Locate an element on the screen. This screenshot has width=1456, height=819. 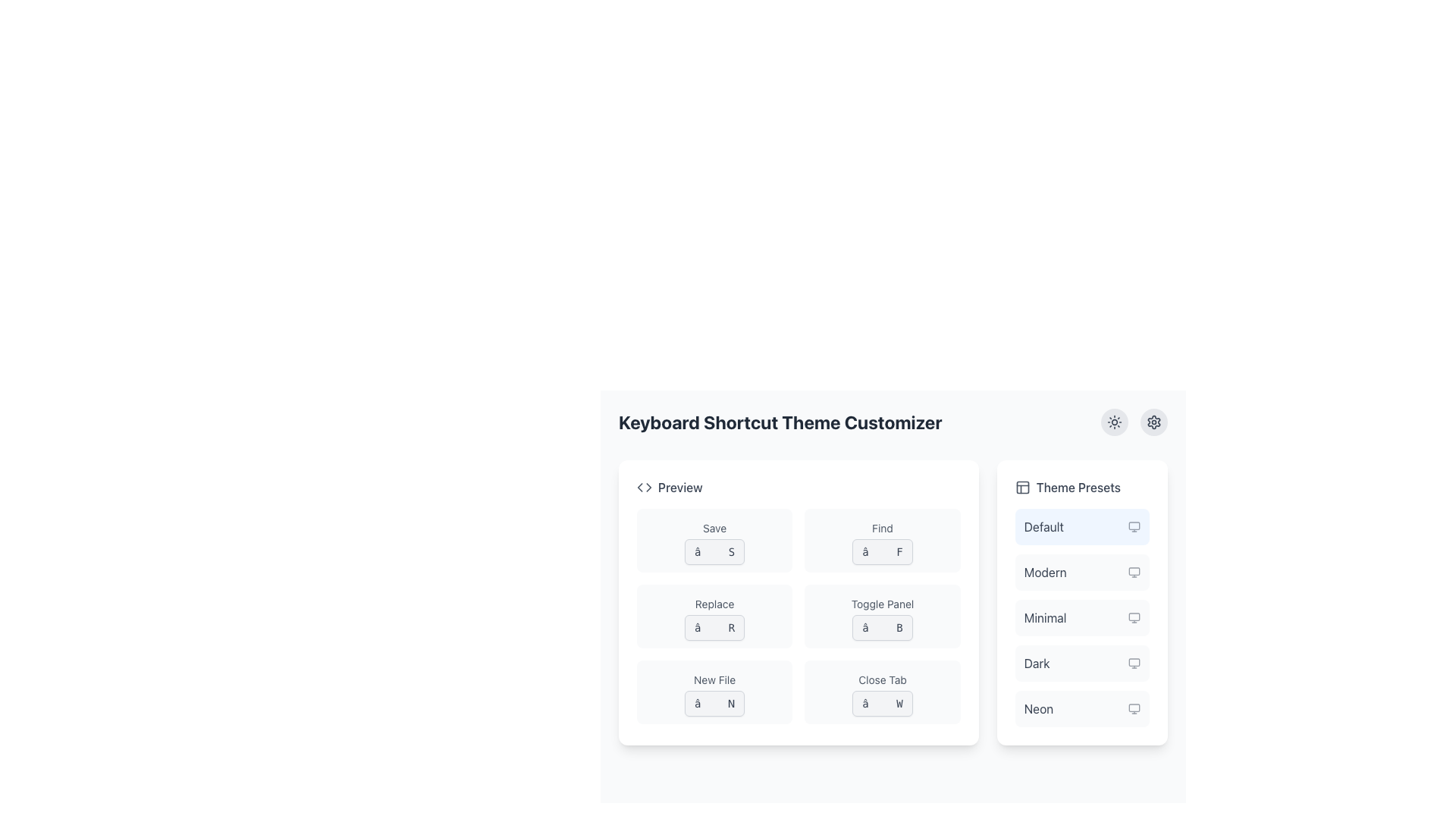
the 'Modern' button, which is a light gray rectangular button with rounded corners, located under the 'Theme Presets' section is located at coordinates (1081, 573).